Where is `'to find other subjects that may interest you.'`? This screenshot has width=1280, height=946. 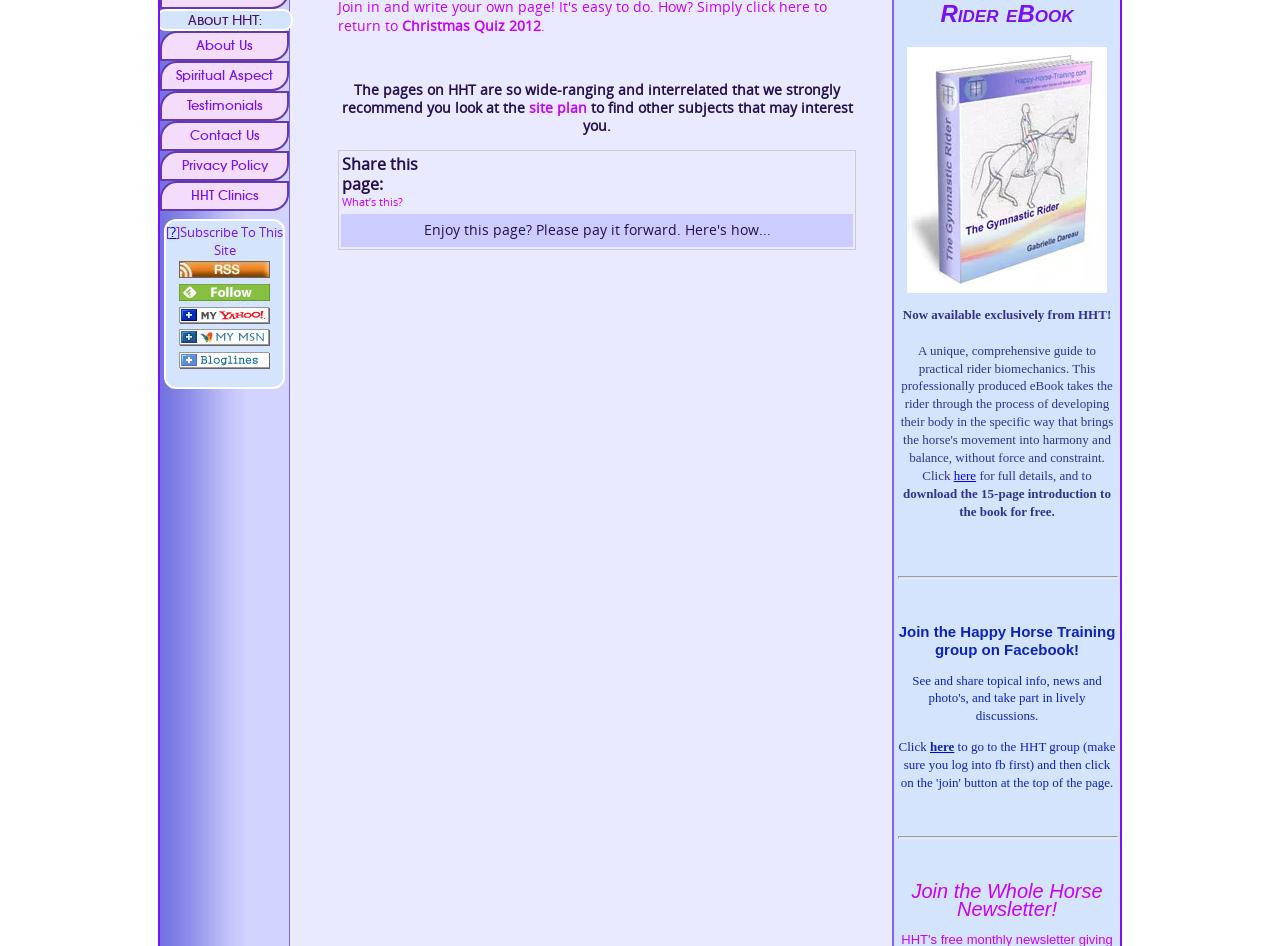 'to find other subjects that may interest you.' is located at coordinates (717, 115).